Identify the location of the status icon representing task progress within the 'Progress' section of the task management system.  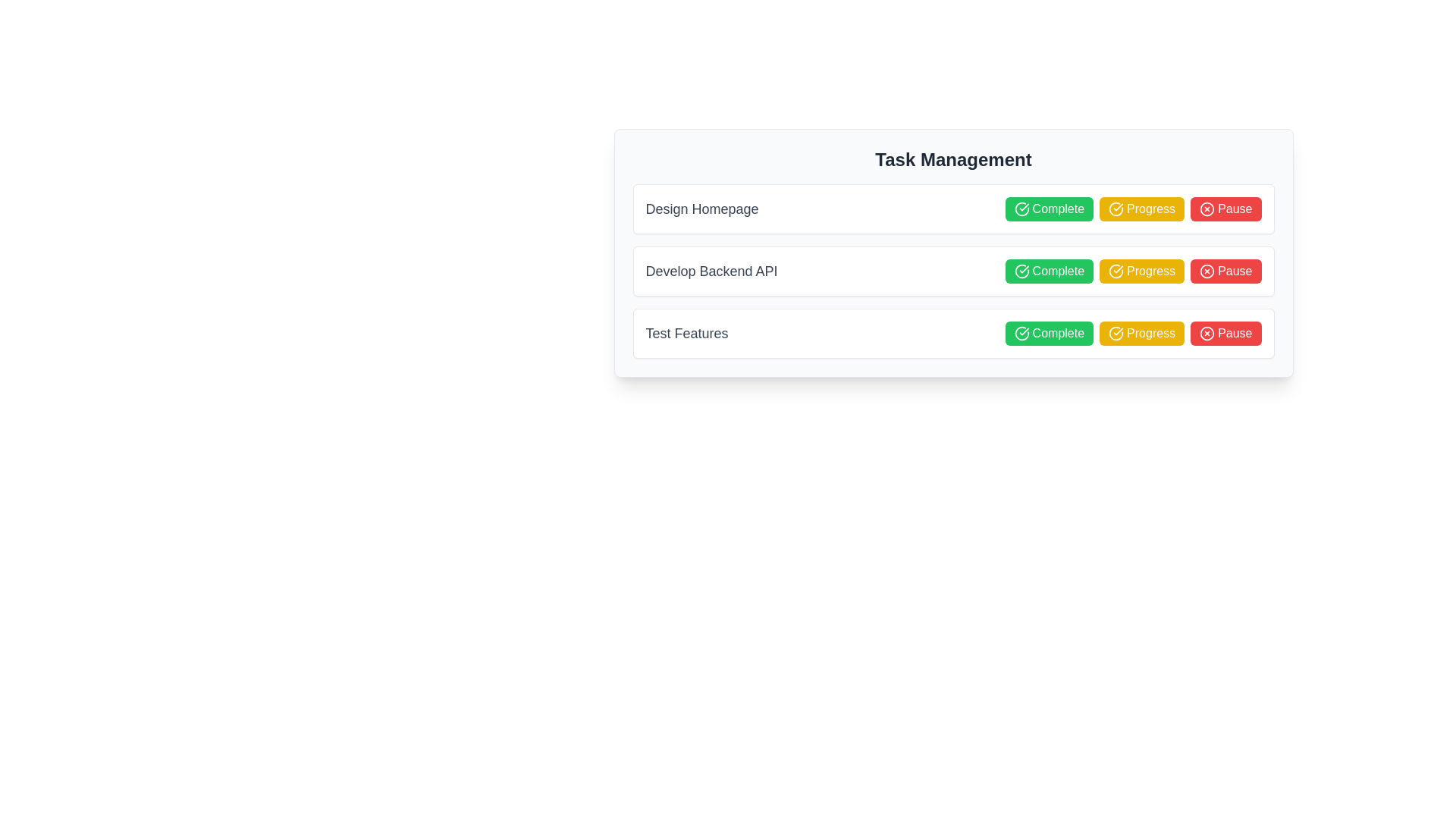
(1116, 271).